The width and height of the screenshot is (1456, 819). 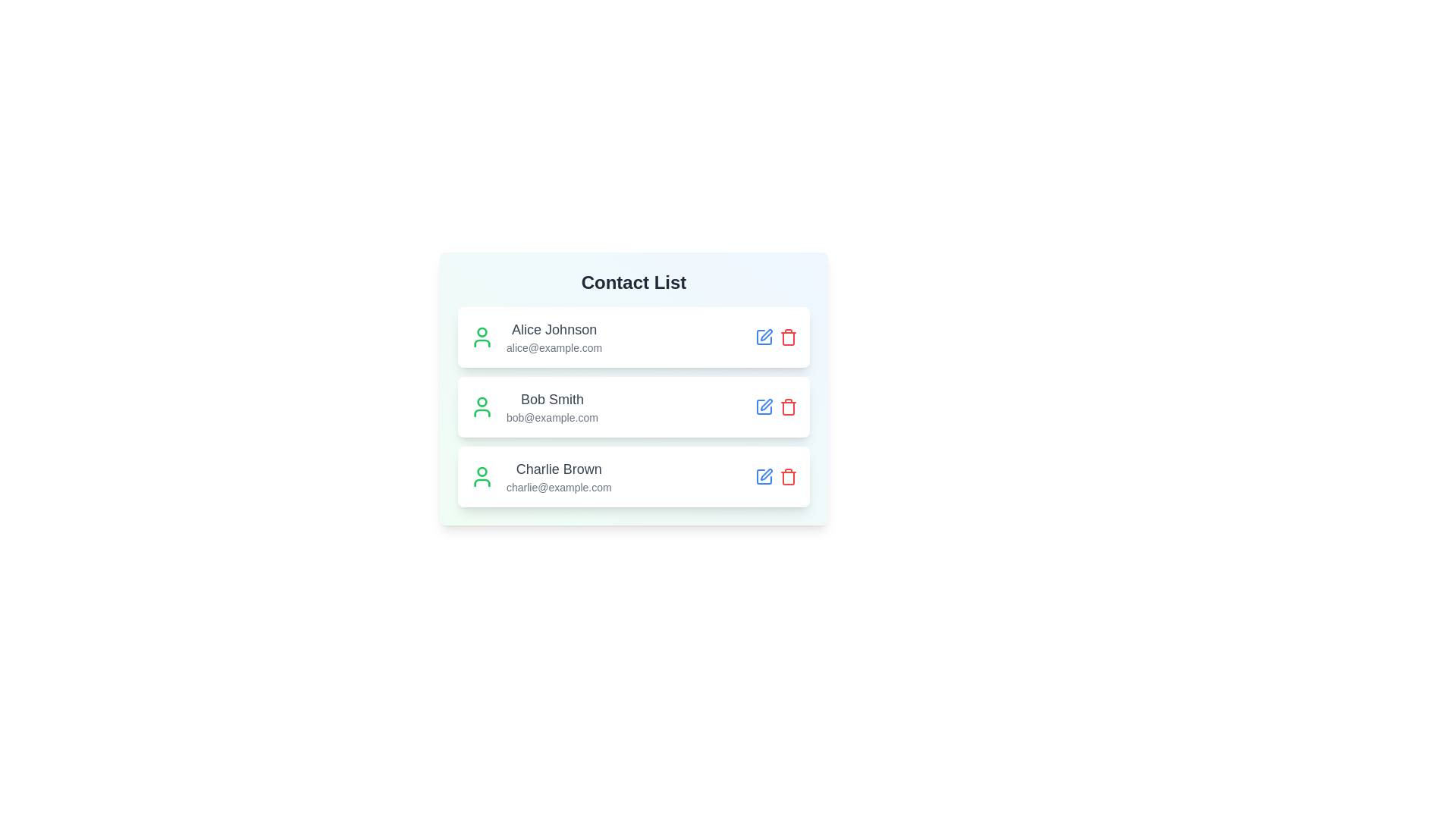 What do you see at coordinates (764, 475) in the screenshot?
I see `edit button for the contact Charlie Brown` at bounding box center [764, 475].